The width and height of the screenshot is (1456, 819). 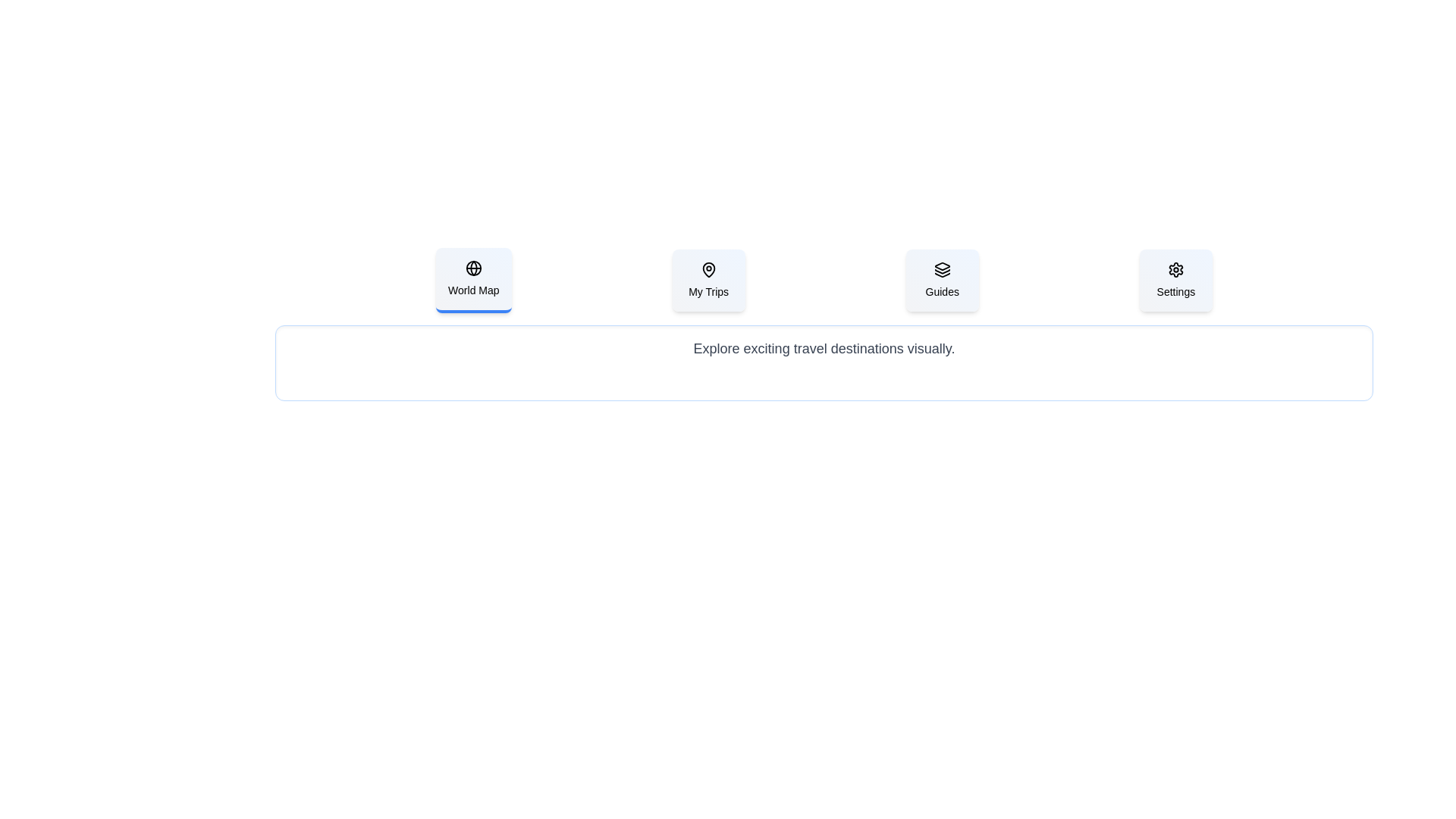 I want to click on the tab labeled Settings to view its associated content, so click(x=1175, y=281).